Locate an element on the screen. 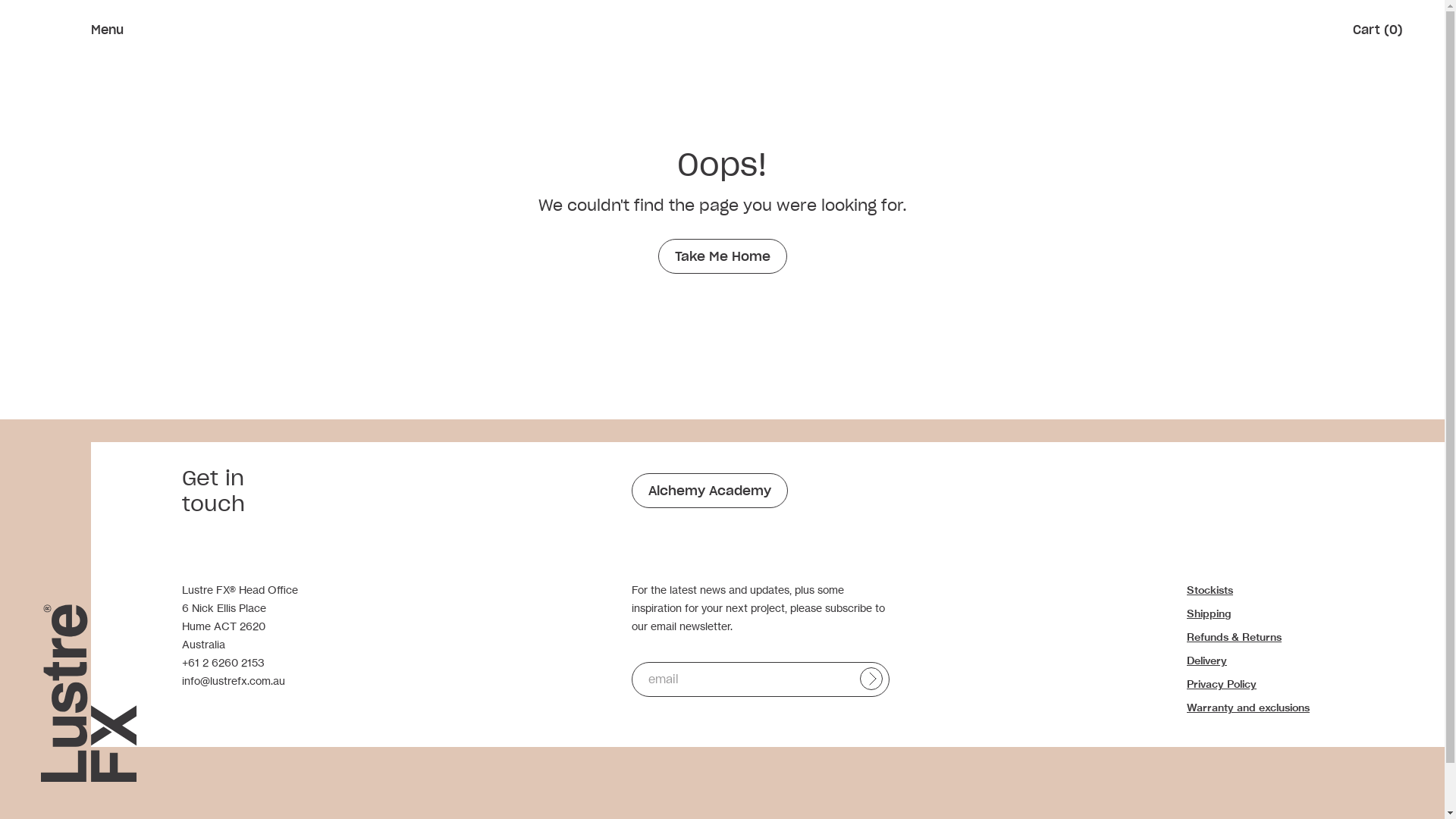 This screenshot has height=819, width=1456. 'Delivery' is located at coordinates (1206, 660).